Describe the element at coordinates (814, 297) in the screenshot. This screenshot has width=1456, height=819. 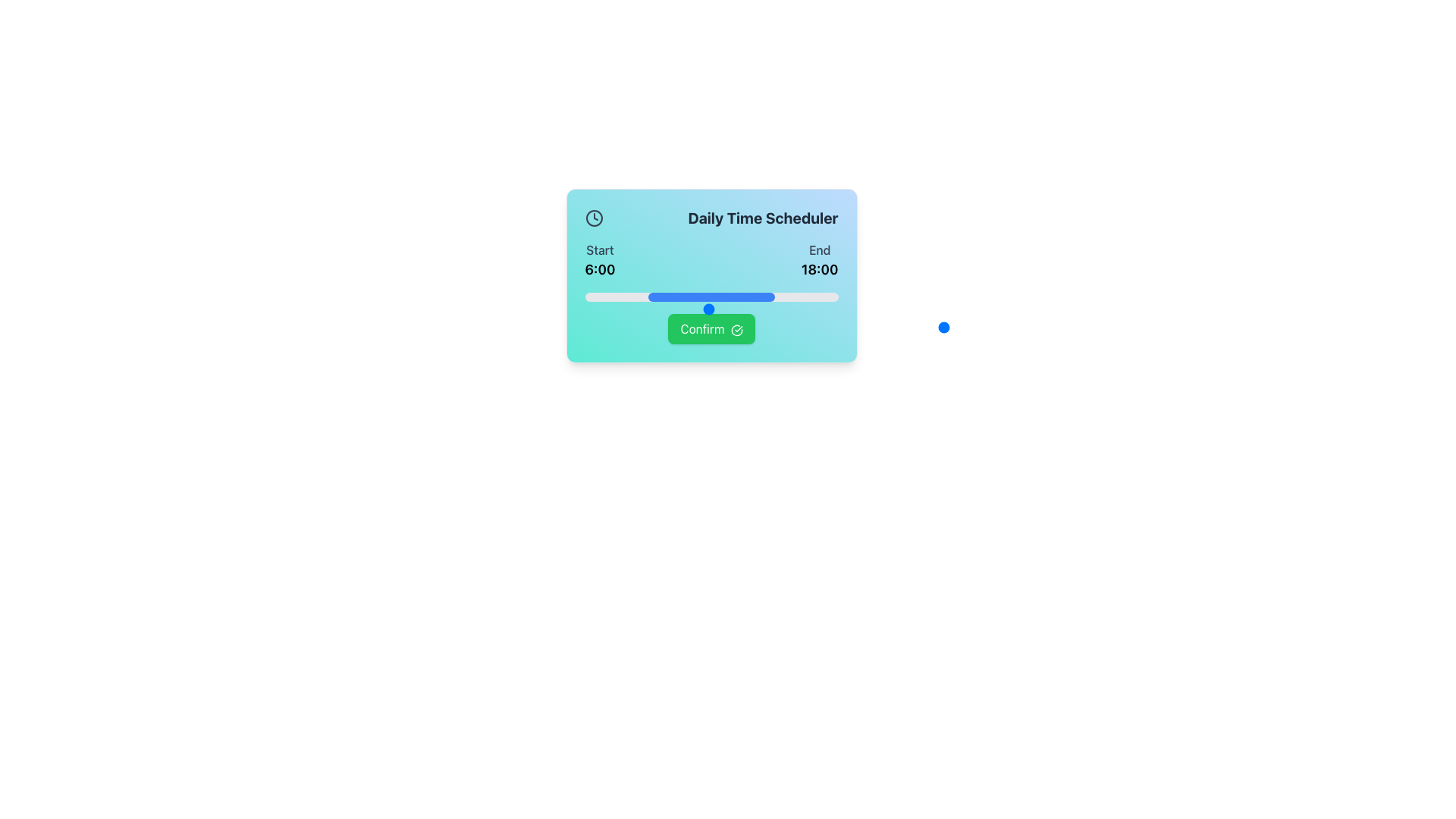
I see `the slider` at that location.